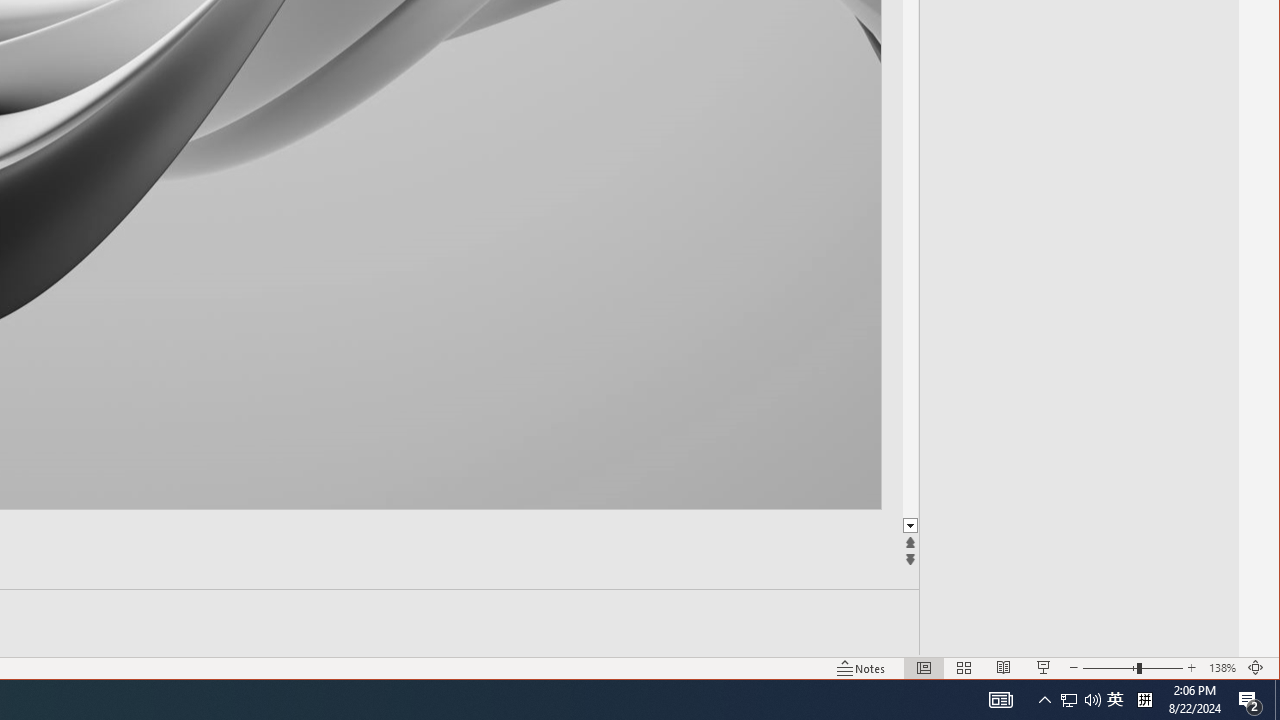  I want to click on 'Reading View', so click(1004, 668).